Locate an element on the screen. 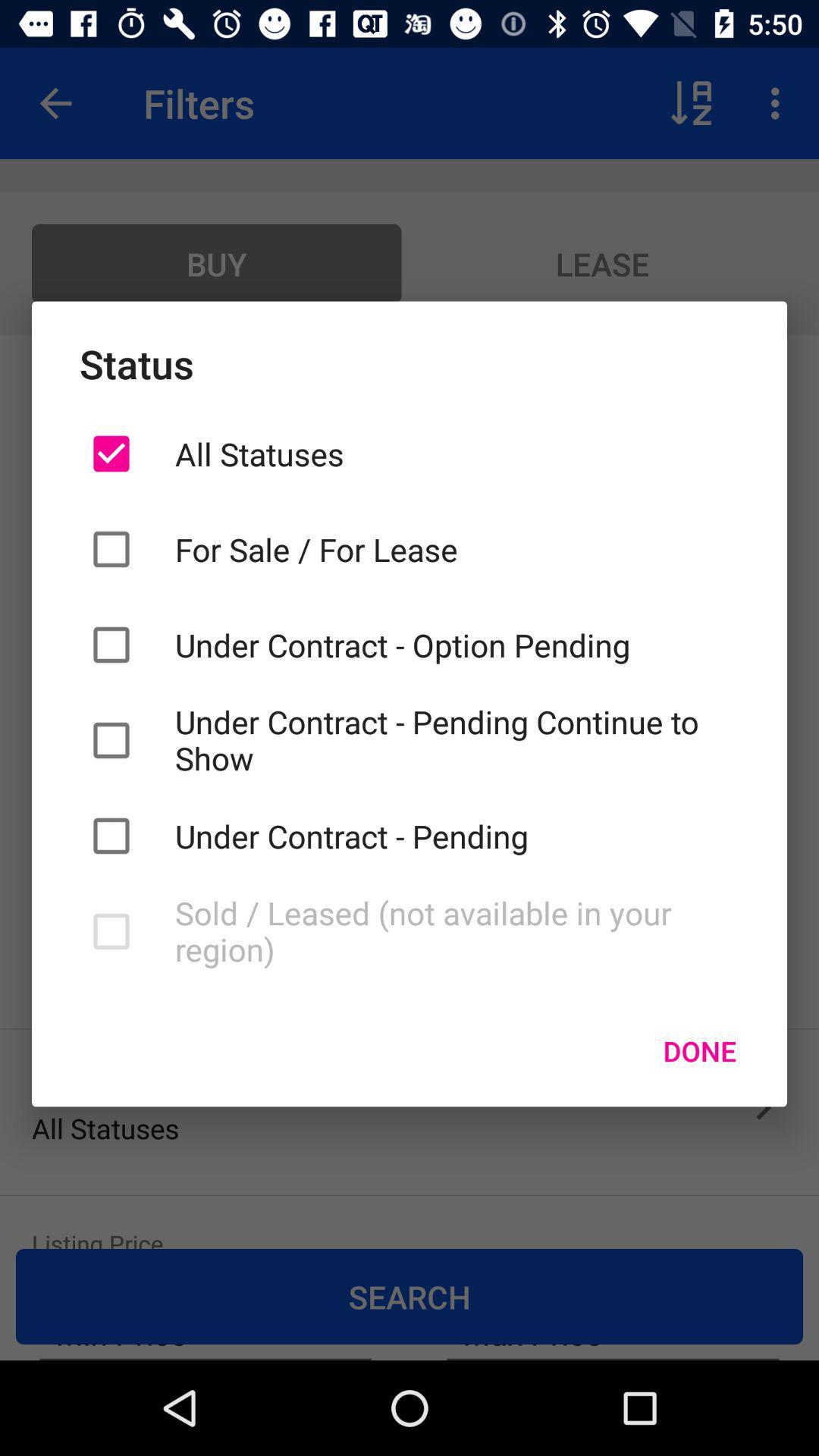 This screenshot has height=1456, width=819. the all statuses icon is located at coordinates (456, 453).